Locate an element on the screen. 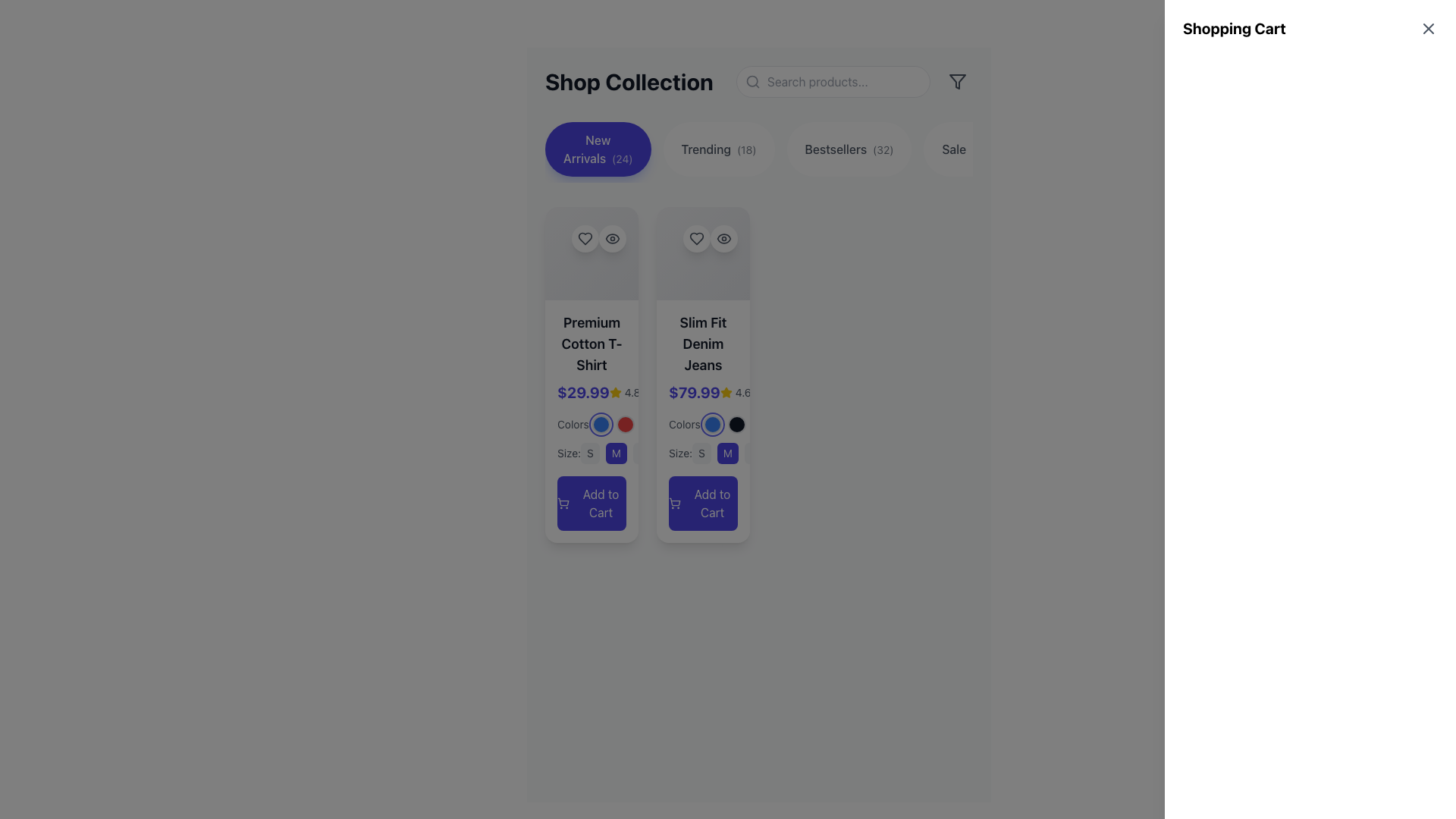 The width and height of the screenshot is (1456, 819). the favorite button (heart icon) located in the top center of the second product card is located at coordinates (695, 239).